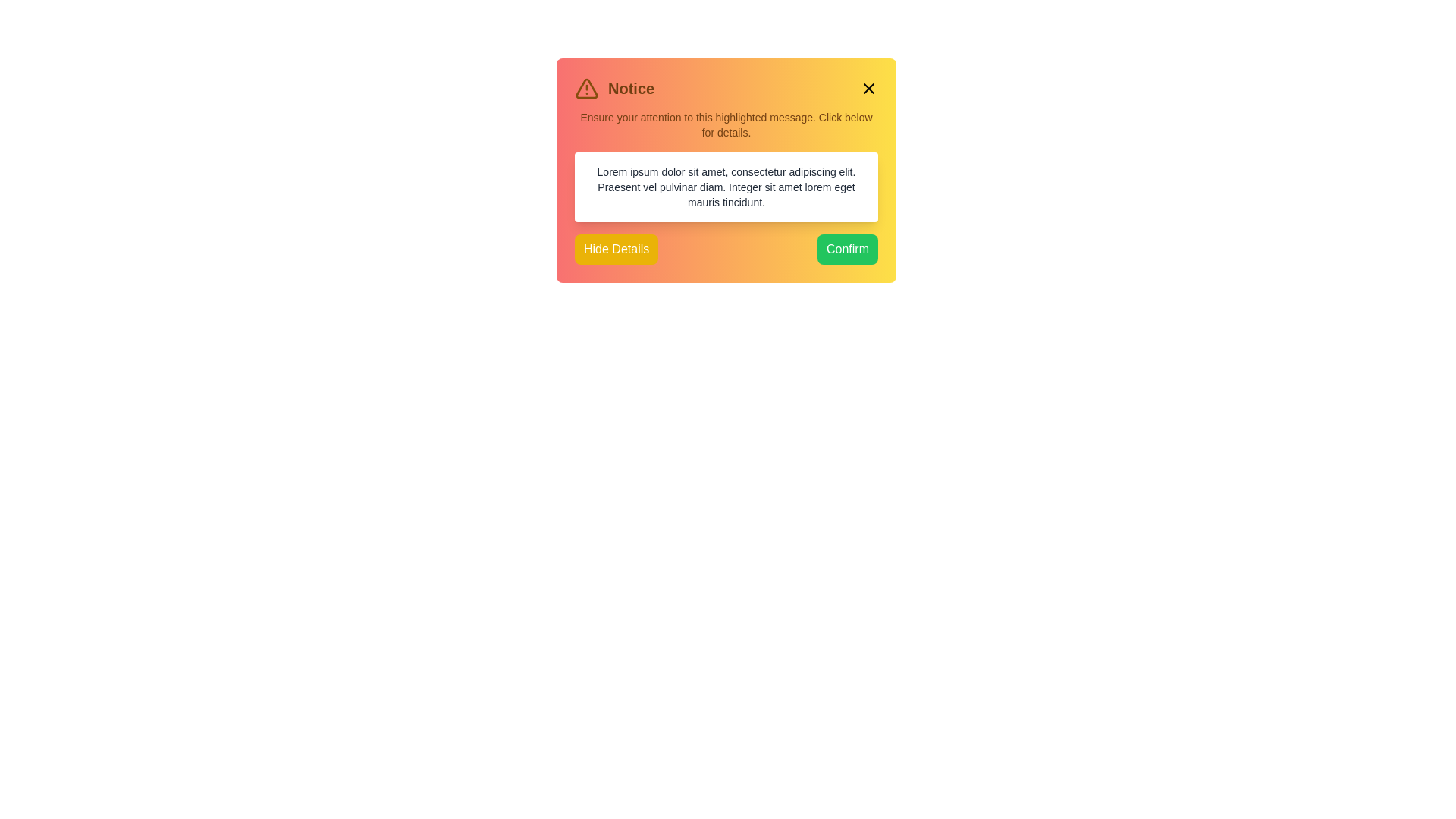  Describe the element at coordinates (616, 248) in the screenshot. I see `the 'Hide Details' button to toggle the visibility of the details section` at that location.